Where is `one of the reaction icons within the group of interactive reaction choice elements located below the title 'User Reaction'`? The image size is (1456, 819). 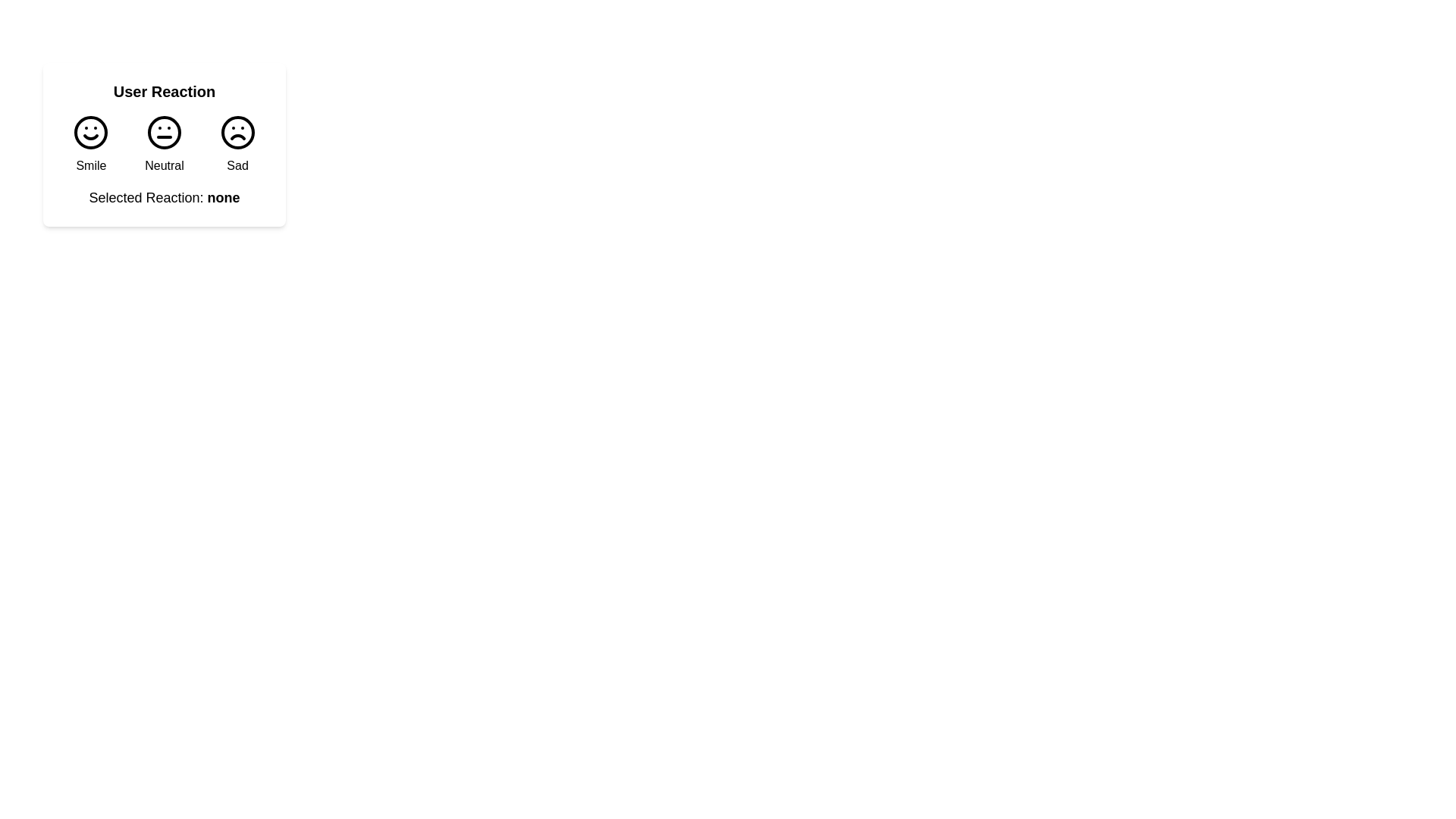
one of the reaction icons within the group of interactive reaction choice elements located below the title 'User Reaction' is located at coordinates (164, 145).